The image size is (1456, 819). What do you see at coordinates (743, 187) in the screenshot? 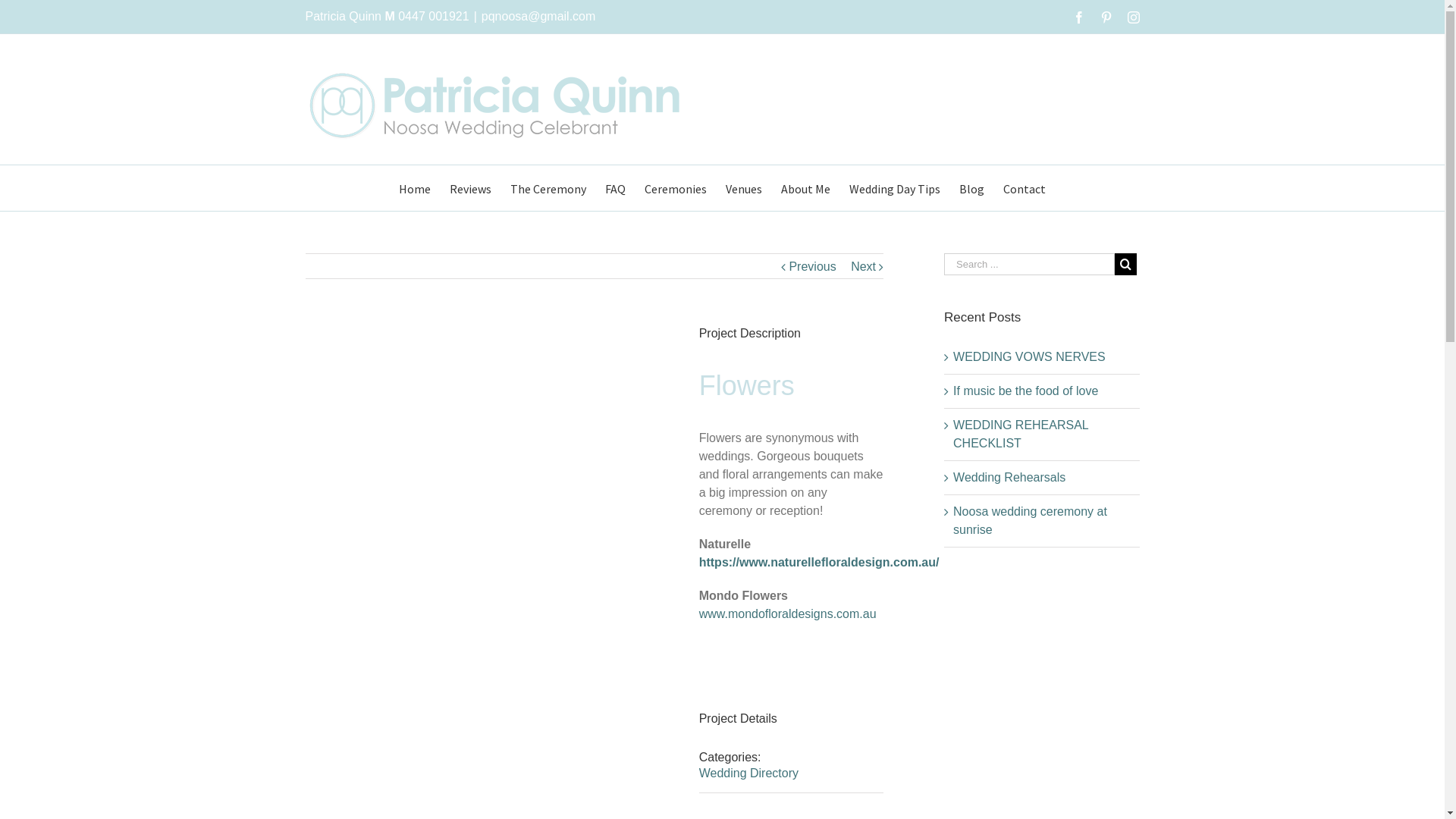
I see `'Venues'` at bounding box center [743, 187].